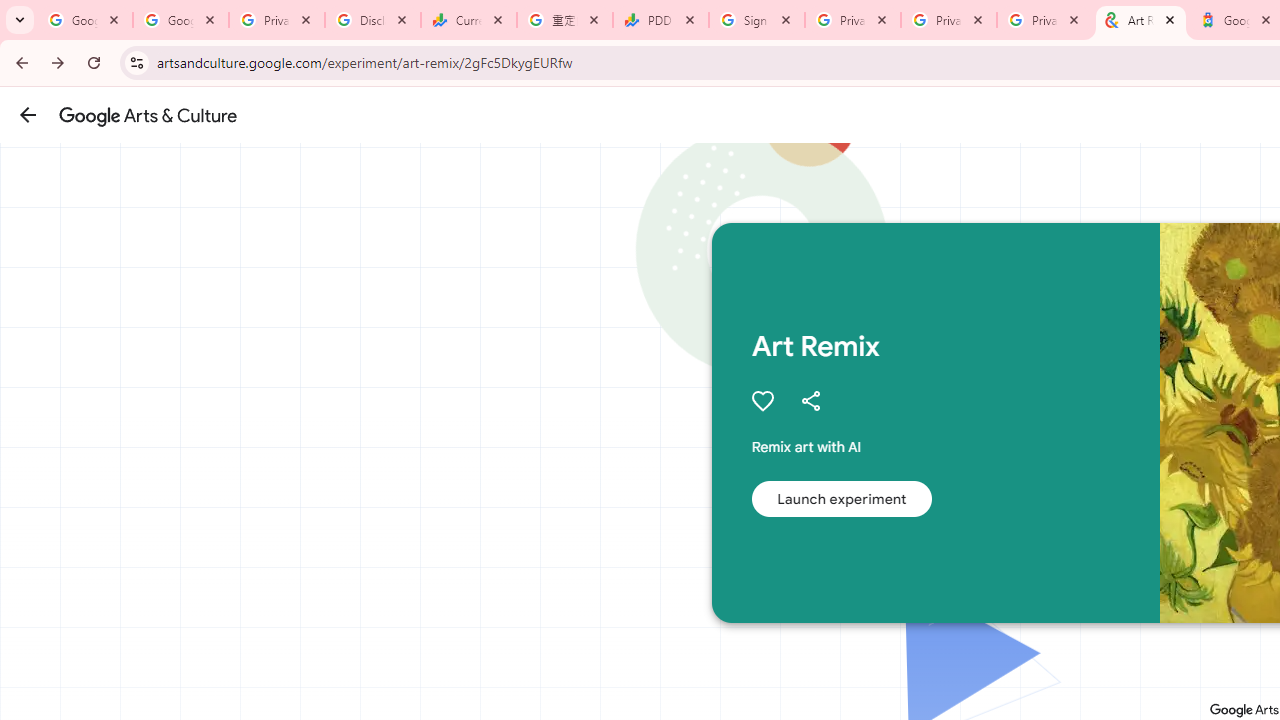 The width and height of the screenshot is (1280, 720). Describe the element at coordinates (761, 401) in the screenshot. I see `'Authenticate to favorite this asset.'` at that location.